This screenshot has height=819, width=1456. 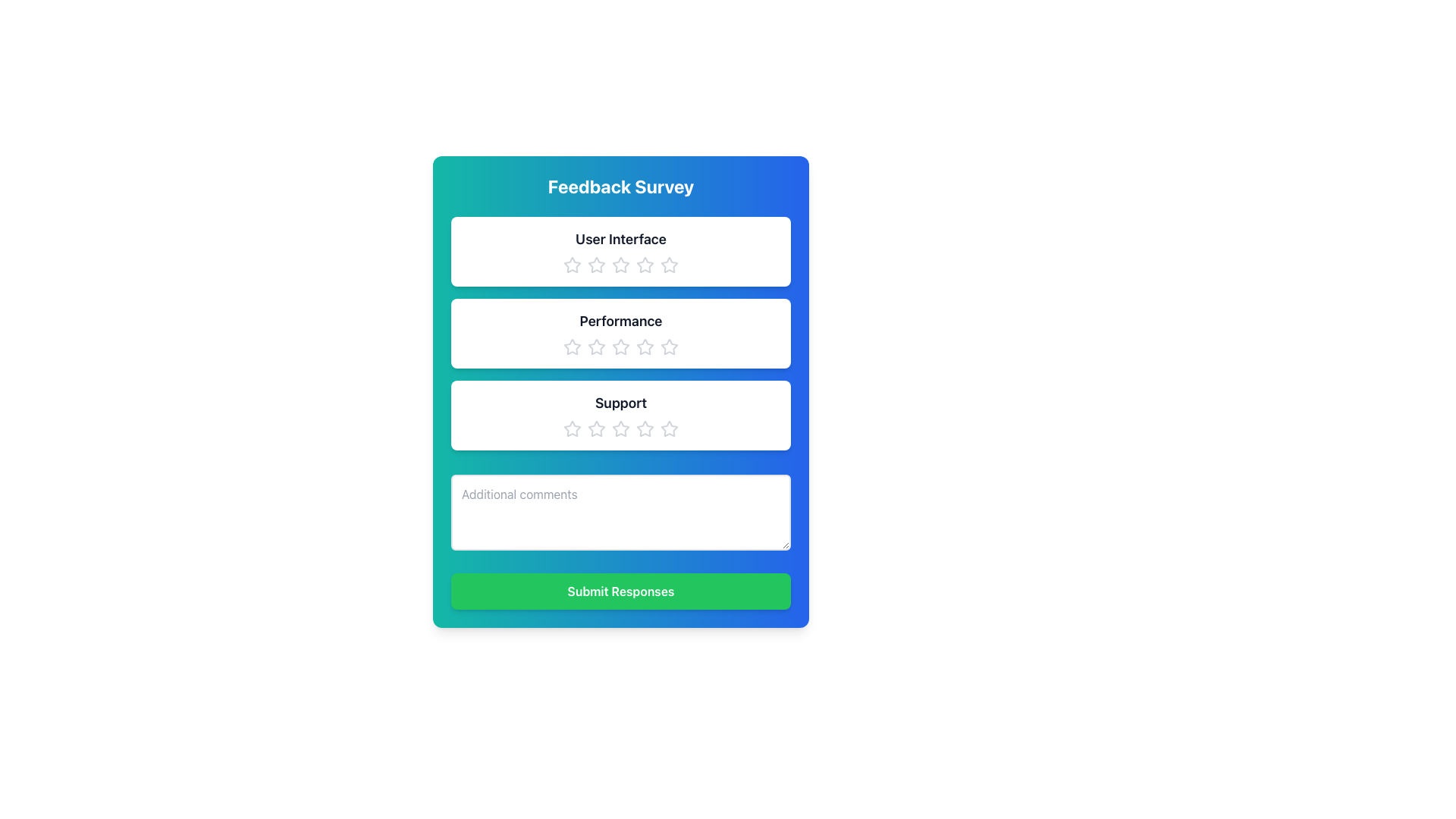 I want to click on the three-star rating icon button located under the 'Support' section of the feedback form interface, so click(x=621, y=428).